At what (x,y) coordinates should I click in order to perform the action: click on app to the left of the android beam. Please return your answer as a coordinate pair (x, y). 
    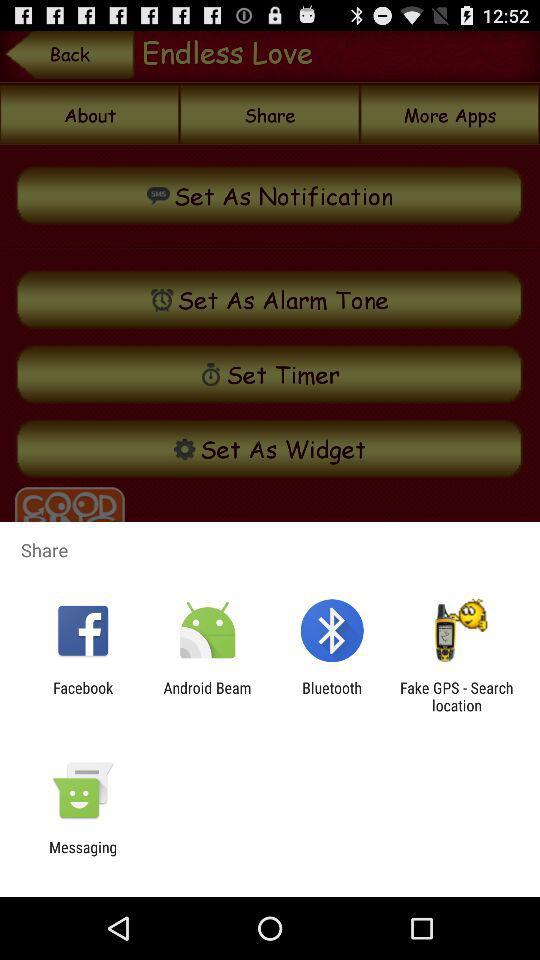
    Looking at the image, I should click on (82, 696).